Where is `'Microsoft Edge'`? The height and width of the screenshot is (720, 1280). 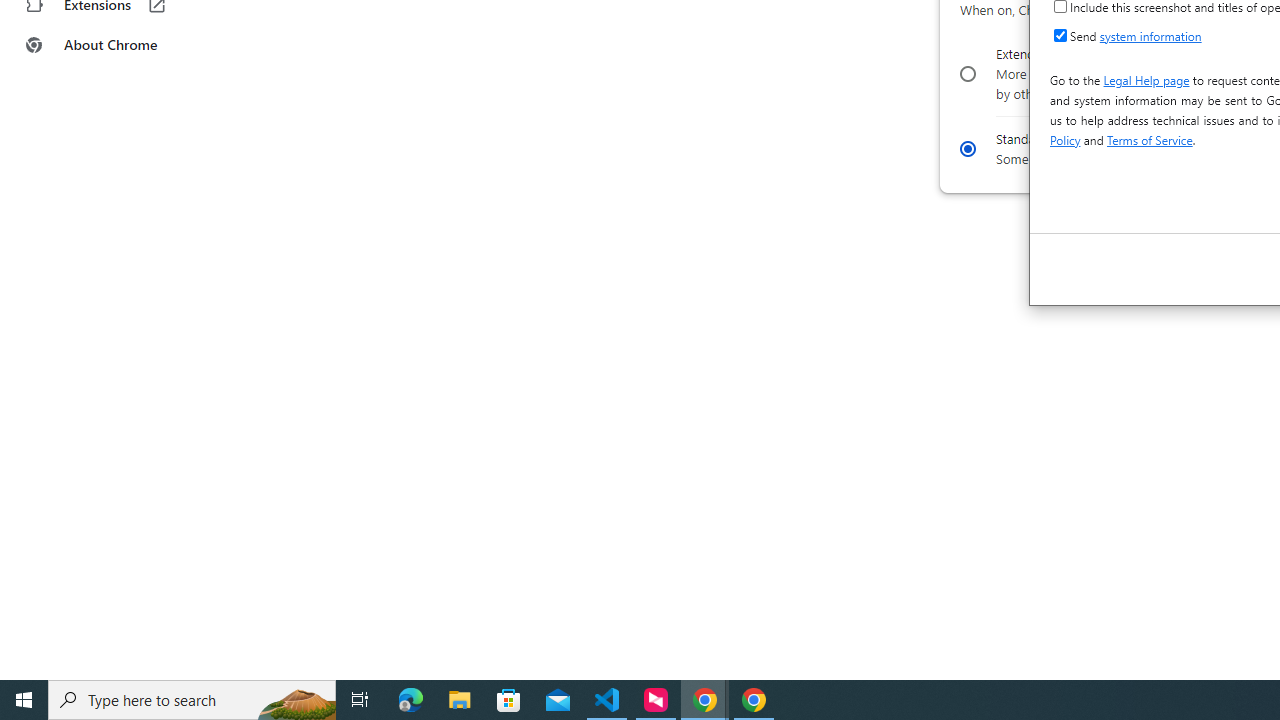
'Microsoft Edge' is located at coordinates (410, 698).